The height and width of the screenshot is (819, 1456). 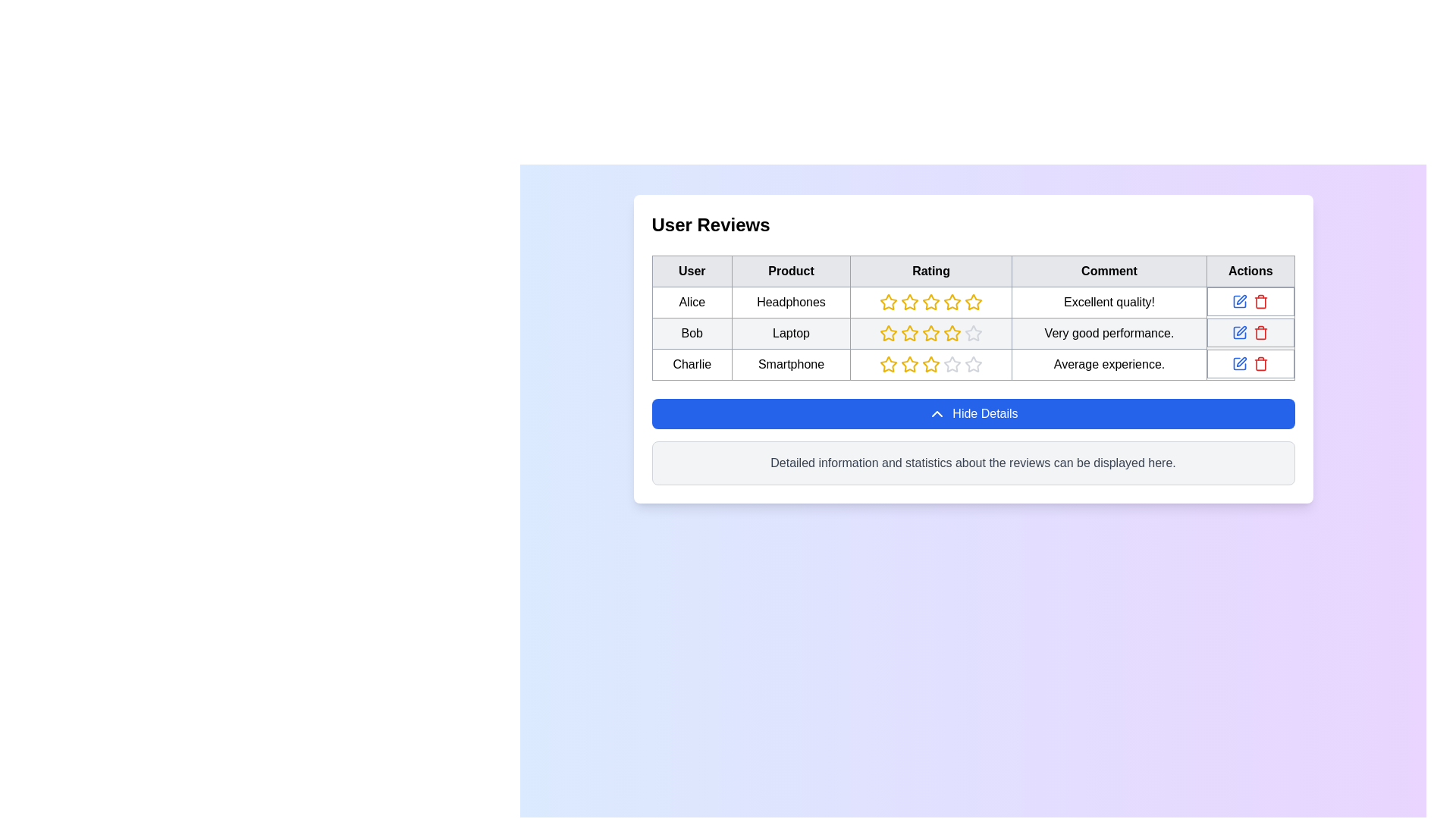 I want to click on the first column header cell of the user-related data table located at the top-left corner by moving the cursor to it, so click(x=691, y=271).